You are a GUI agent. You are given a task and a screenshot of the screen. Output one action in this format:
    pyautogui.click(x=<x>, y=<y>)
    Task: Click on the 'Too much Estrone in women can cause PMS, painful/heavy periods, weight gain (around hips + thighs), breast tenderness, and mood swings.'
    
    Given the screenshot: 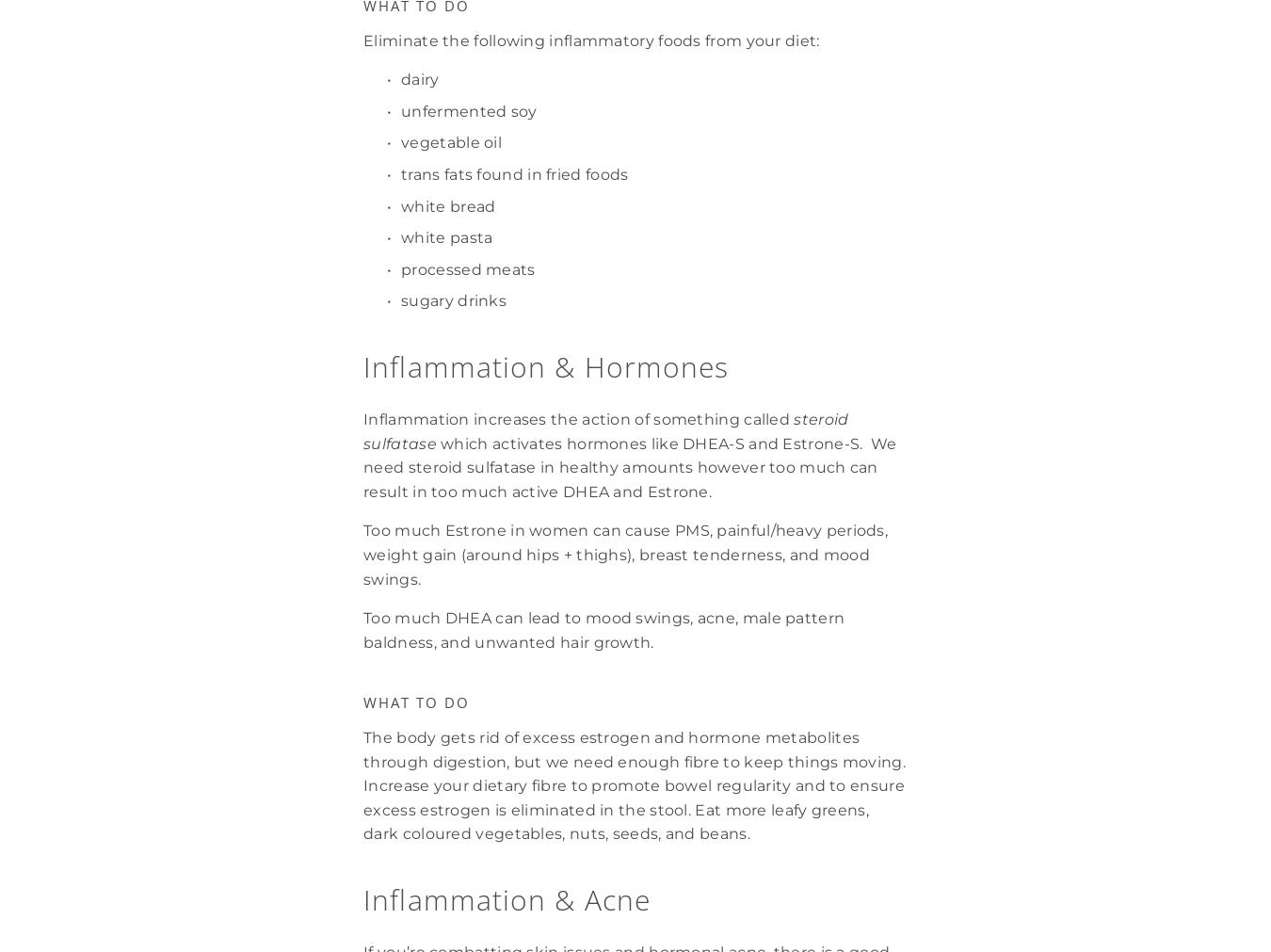 What is the action you would take?
    pyautogui.click(x=627, y=555)
    